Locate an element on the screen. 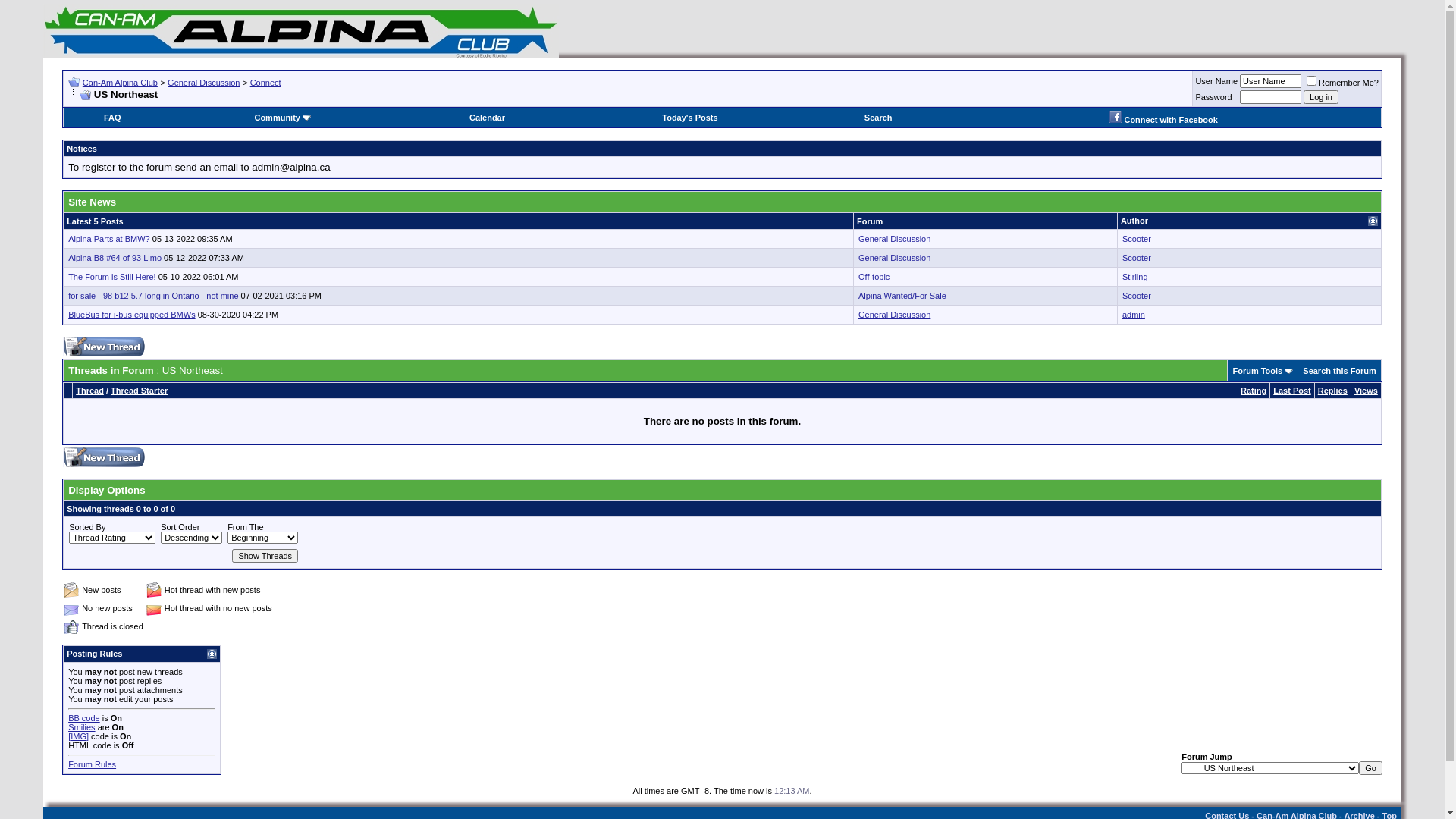 The image size is (1456, 819). 'Scooter' is located at coordinates (1136, 239).